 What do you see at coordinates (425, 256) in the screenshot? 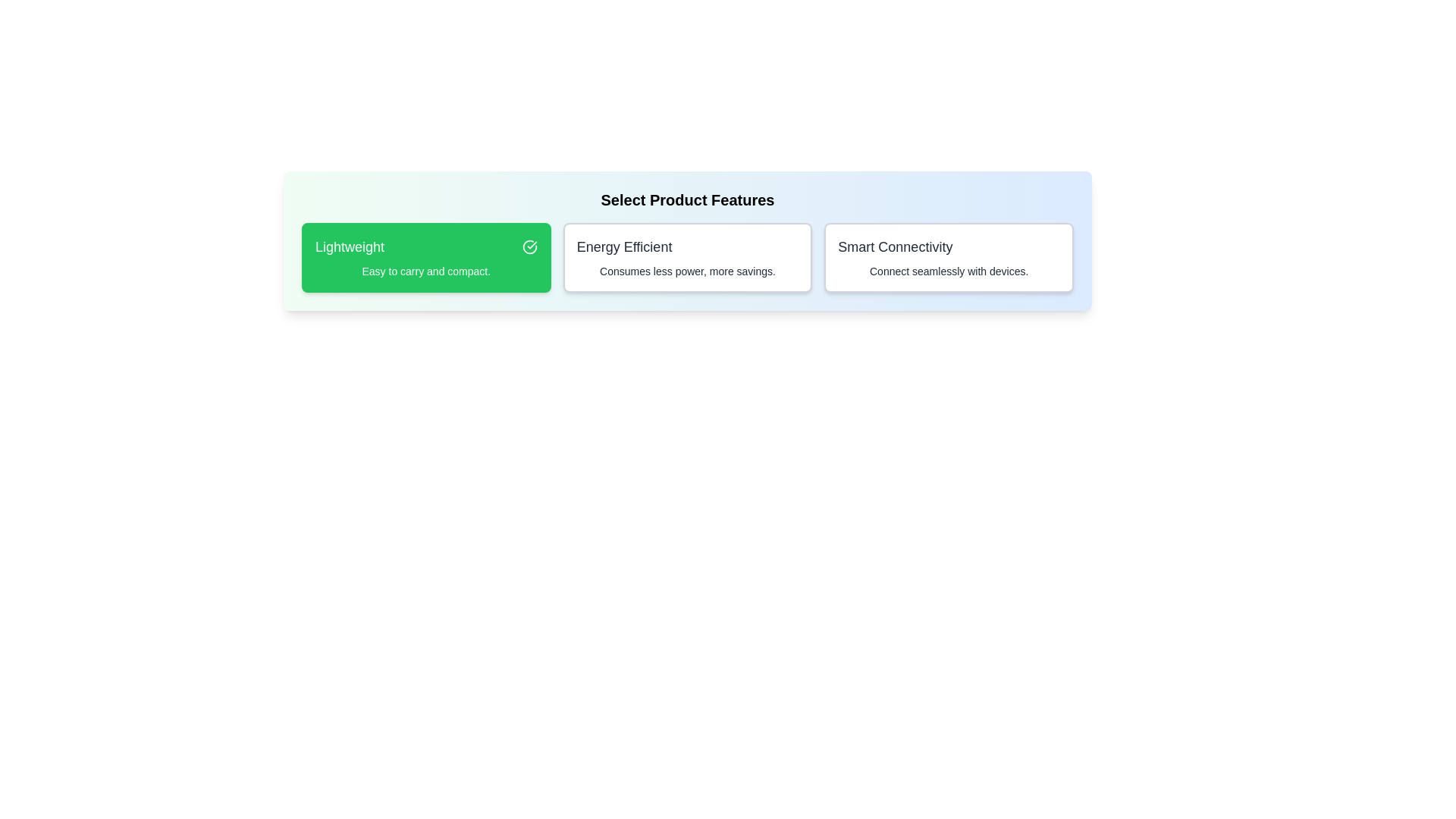
I see `the feature Lightweight by clicking on its card` at bounding box center [425, 256].